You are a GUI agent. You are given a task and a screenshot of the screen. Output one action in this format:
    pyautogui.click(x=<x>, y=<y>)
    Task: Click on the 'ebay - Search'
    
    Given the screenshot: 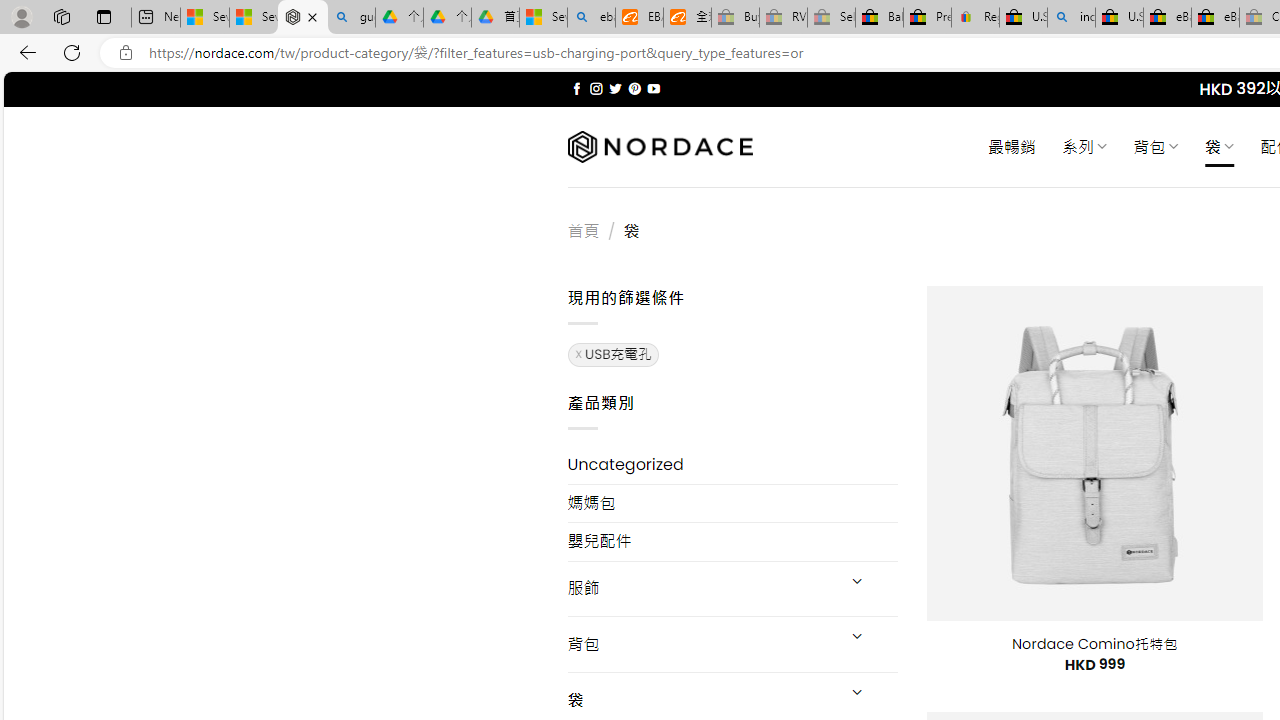 What is the action you would take?
    pyautogui.click(x=591, y=17)
    